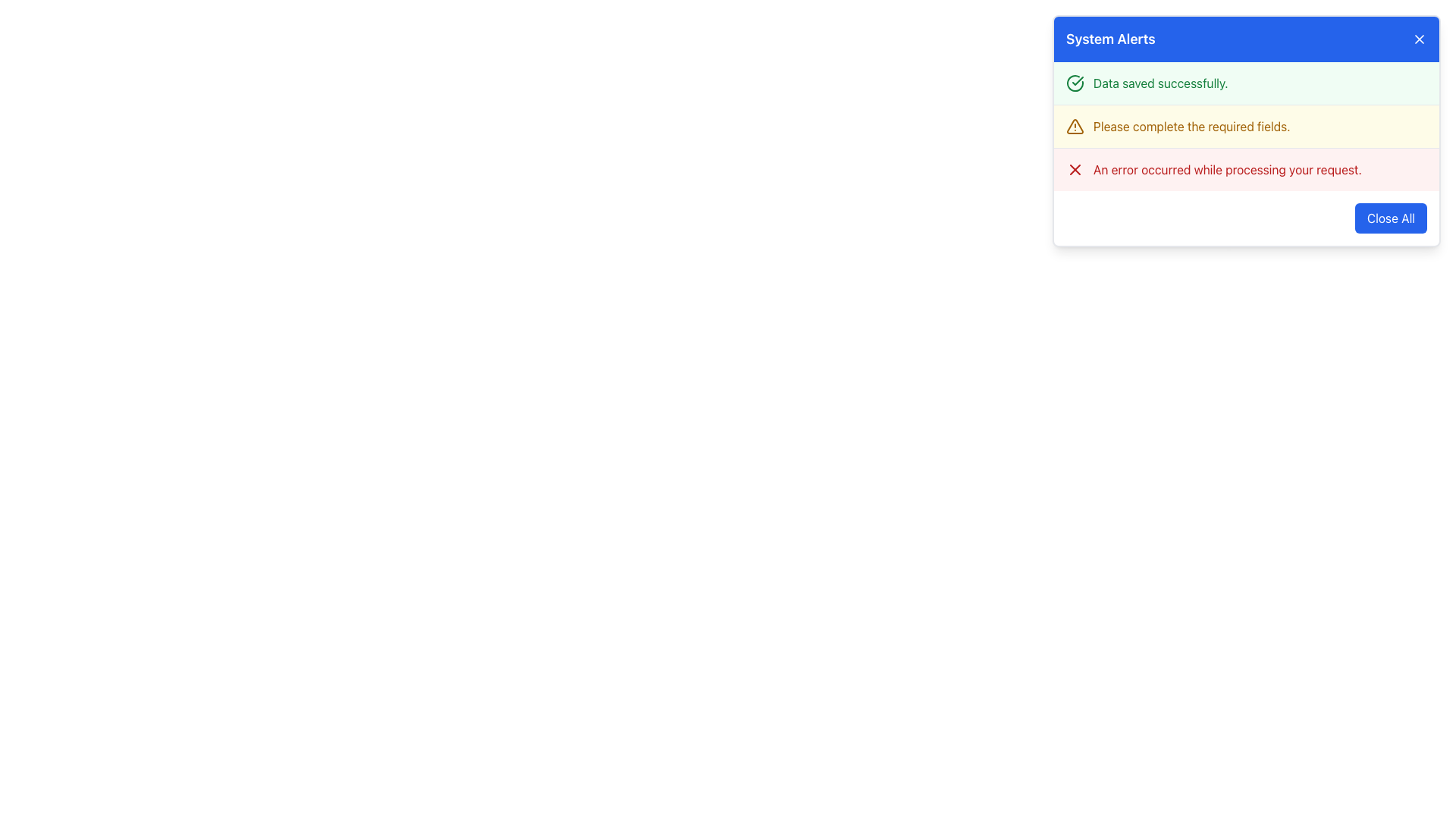 Image resolution: width=1456 pixels, height=819 pixels. What do you see at coordinates (1246, 83) in the screenshot?
I see `message from the Notification banner indicating that the user's data has been successfully saved, which is the first item in the list of notification alerts` at bounding box center [1246, 83].